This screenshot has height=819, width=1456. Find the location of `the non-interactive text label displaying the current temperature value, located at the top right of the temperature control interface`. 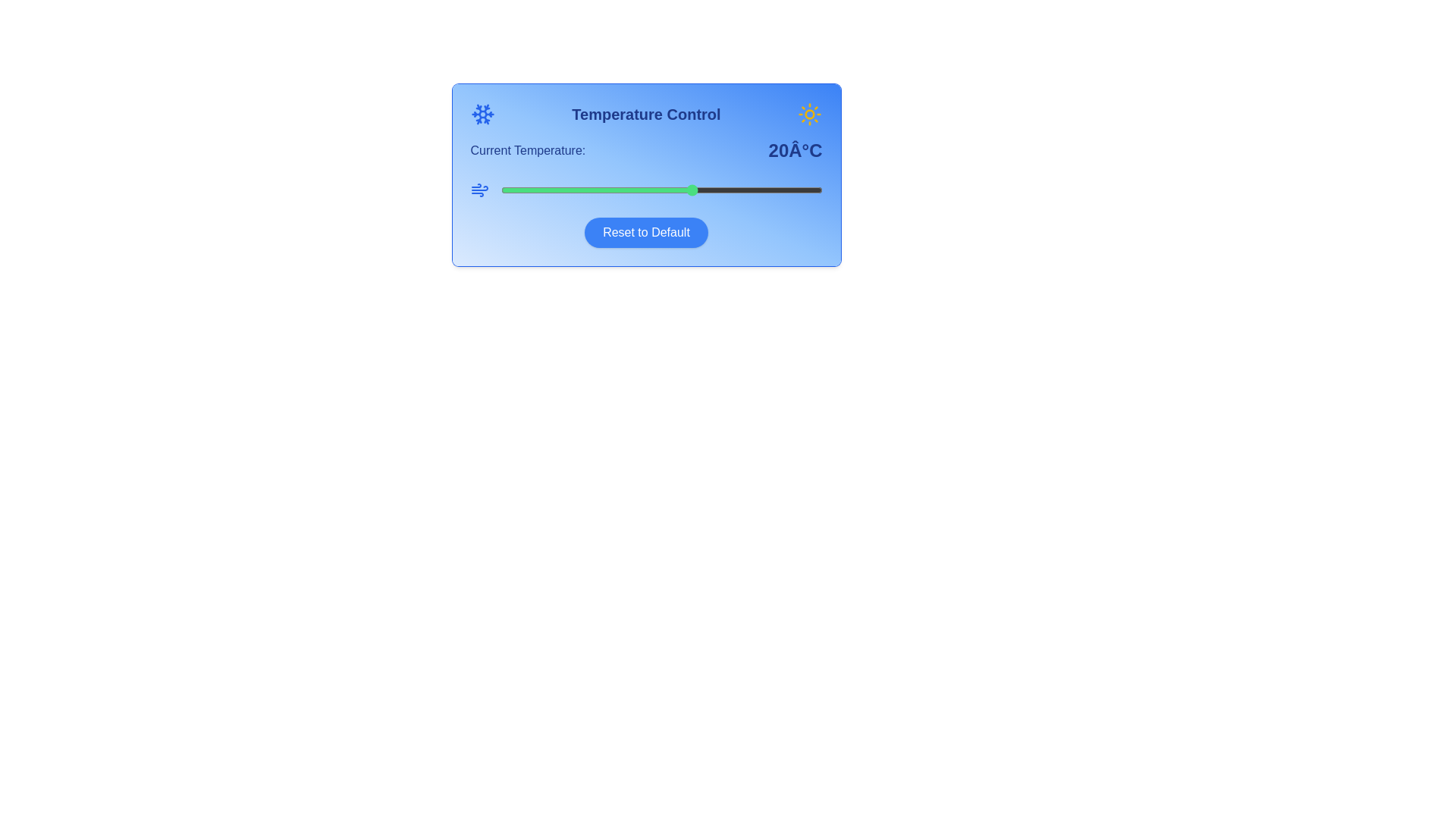

the non-interactive text label displaying the current temperature value, located at the top right of the temperature control interface is located at coordinates (795, 151).